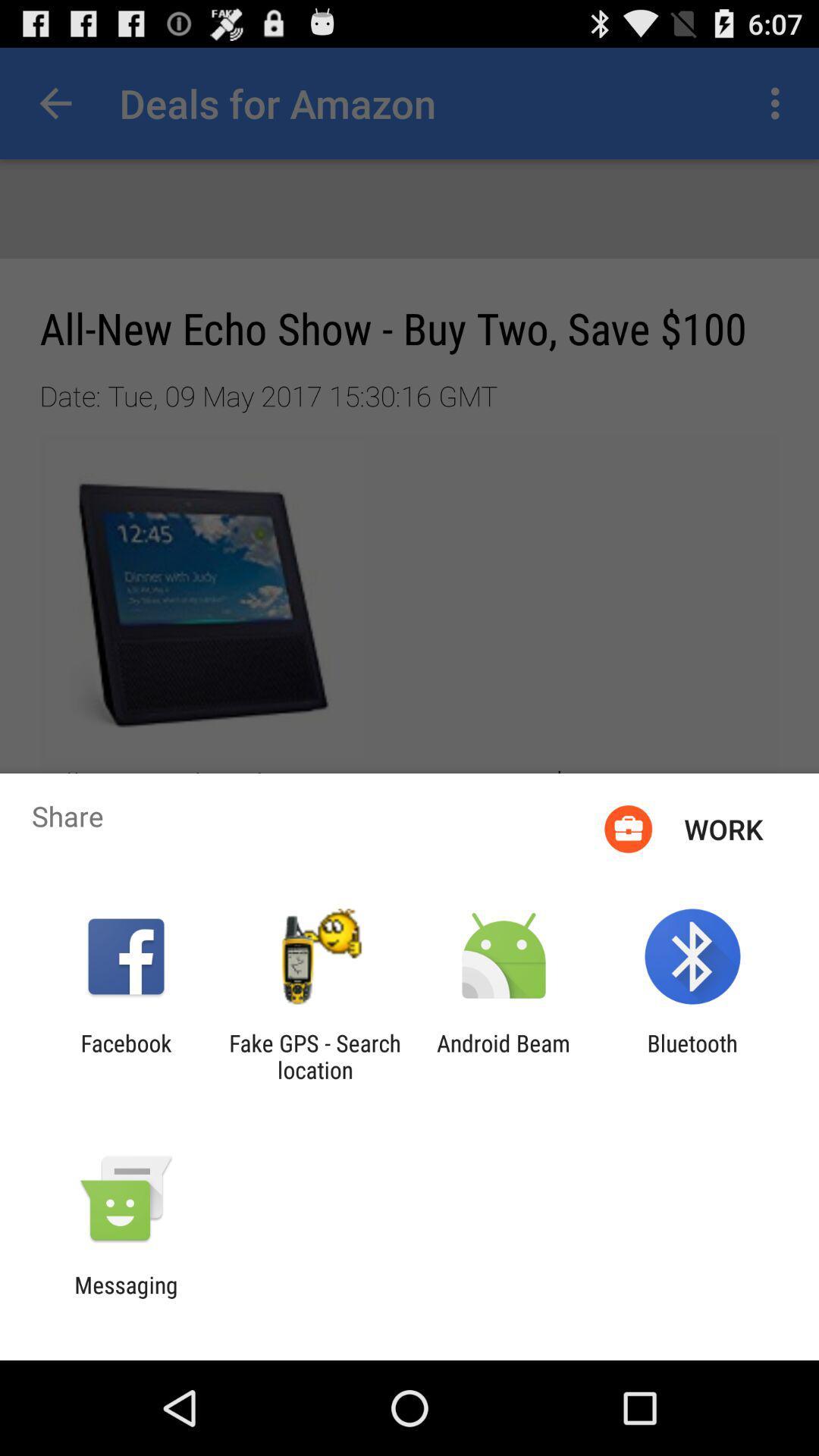  Describe the element at coordinates (125, 1056) in the screenshot. I see `the facebook icon` at that location.